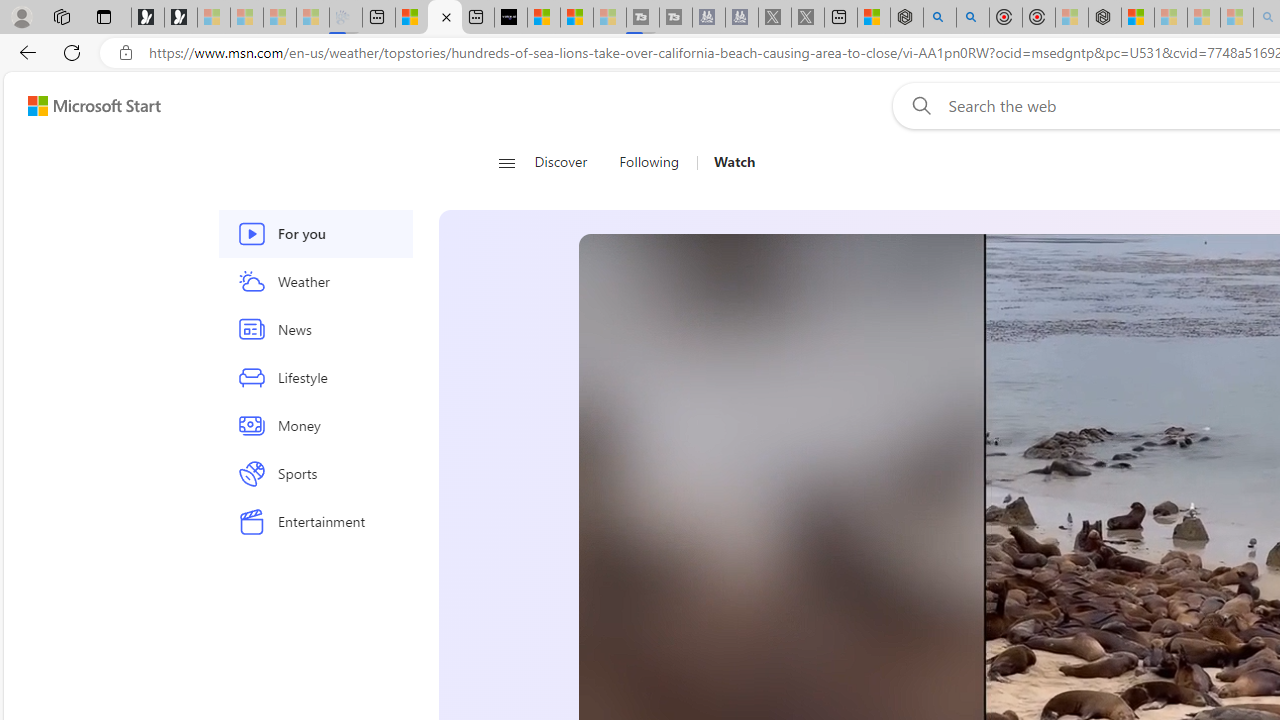 This screenshot has height=720, width=1280. What do you see at coordinates (506, 162) in the screenshot?
I see `'Open navigation menu'` at bounding box center [506, 162].